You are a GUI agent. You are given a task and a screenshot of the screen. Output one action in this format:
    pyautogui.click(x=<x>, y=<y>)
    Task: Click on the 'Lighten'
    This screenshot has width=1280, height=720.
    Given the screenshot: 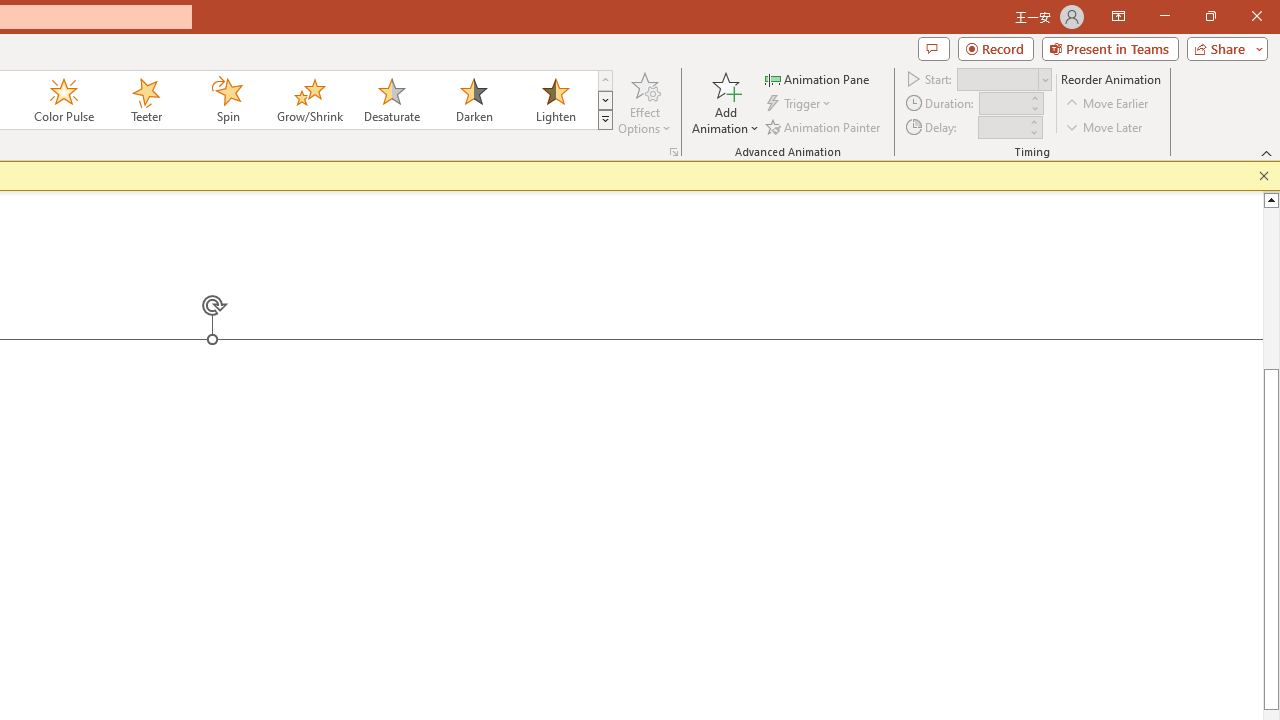 What is the action you would take?
    pyautogui.click(x=555, y=100)
    